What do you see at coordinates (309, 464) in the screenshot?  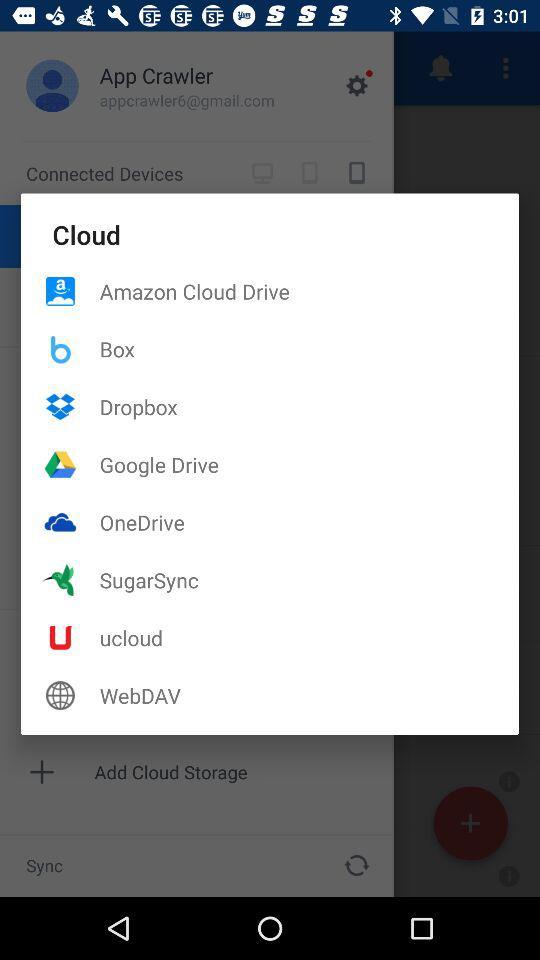 I see `the google drive` at bounding box center [309, 464].